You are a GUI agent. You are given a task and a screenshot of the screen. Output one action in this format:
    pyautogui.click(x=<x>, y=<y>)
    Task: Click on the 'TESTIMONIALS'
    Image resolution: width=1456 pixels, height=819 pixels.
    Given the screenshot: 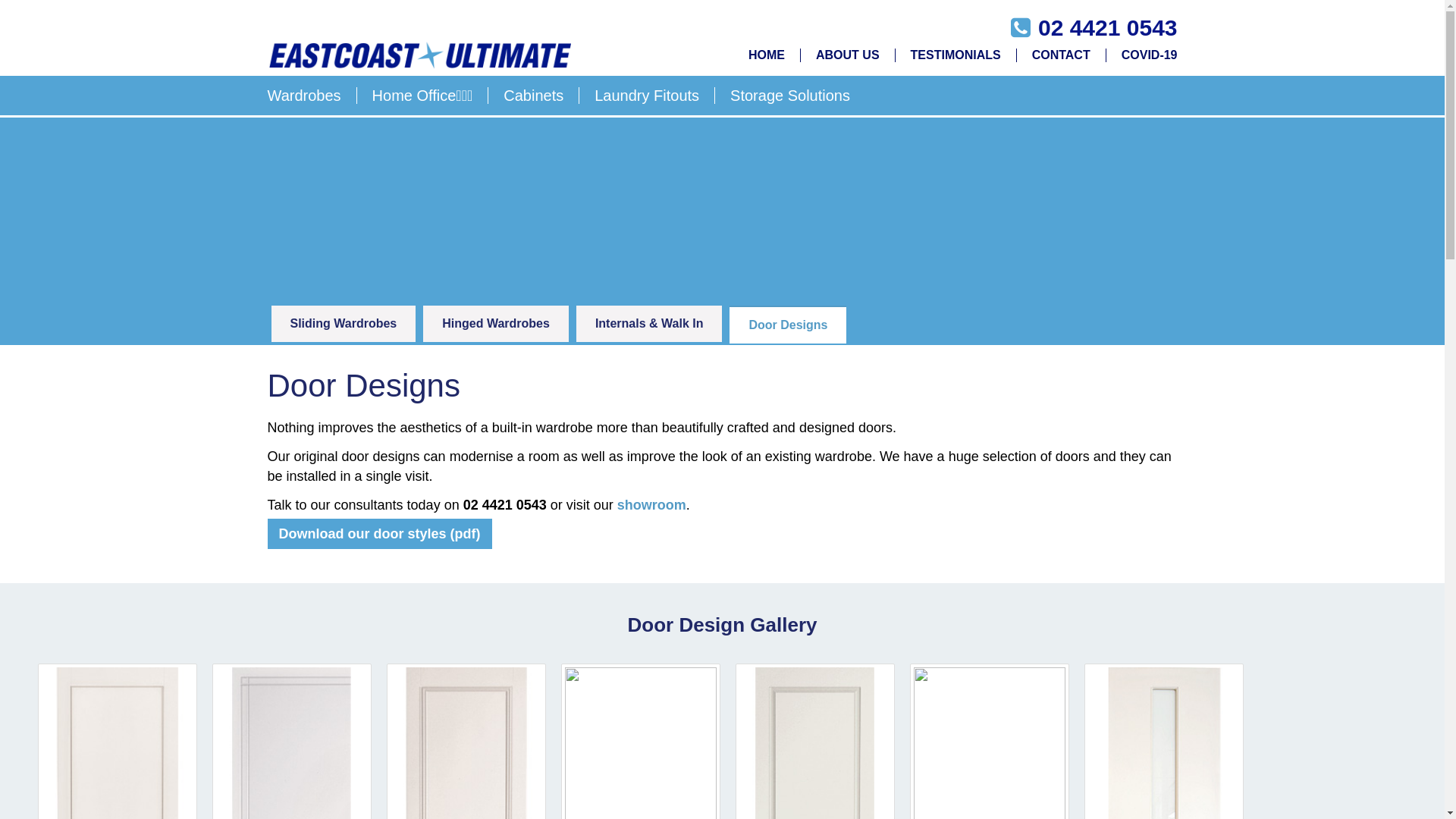 What is the action you would take?
    pyautogui.click(x=895, y=55)
    